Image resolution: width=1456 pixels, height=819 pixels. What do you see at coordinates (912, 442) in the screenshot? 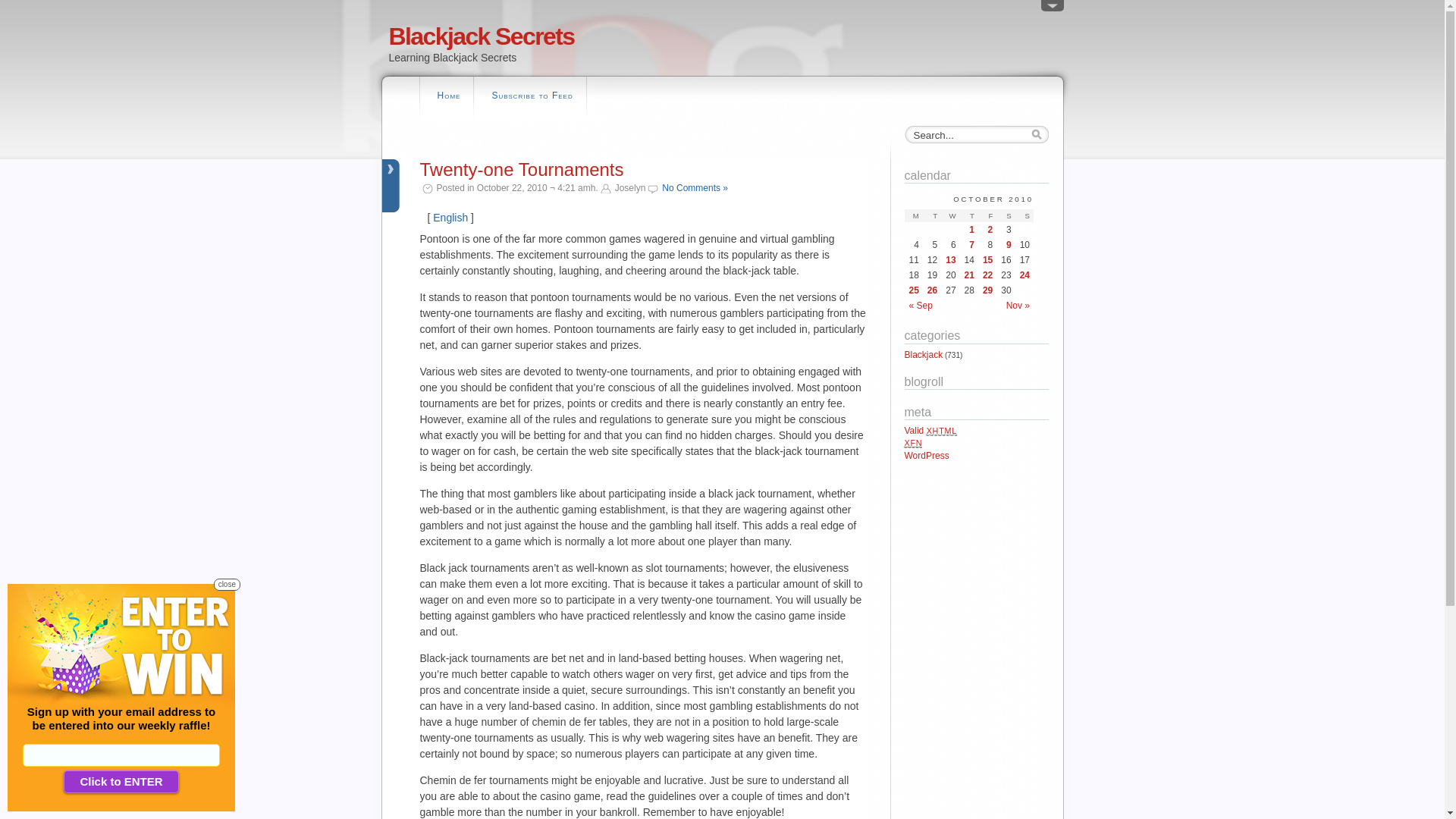
I see `'XFN'` at bounding box center [912, 442].